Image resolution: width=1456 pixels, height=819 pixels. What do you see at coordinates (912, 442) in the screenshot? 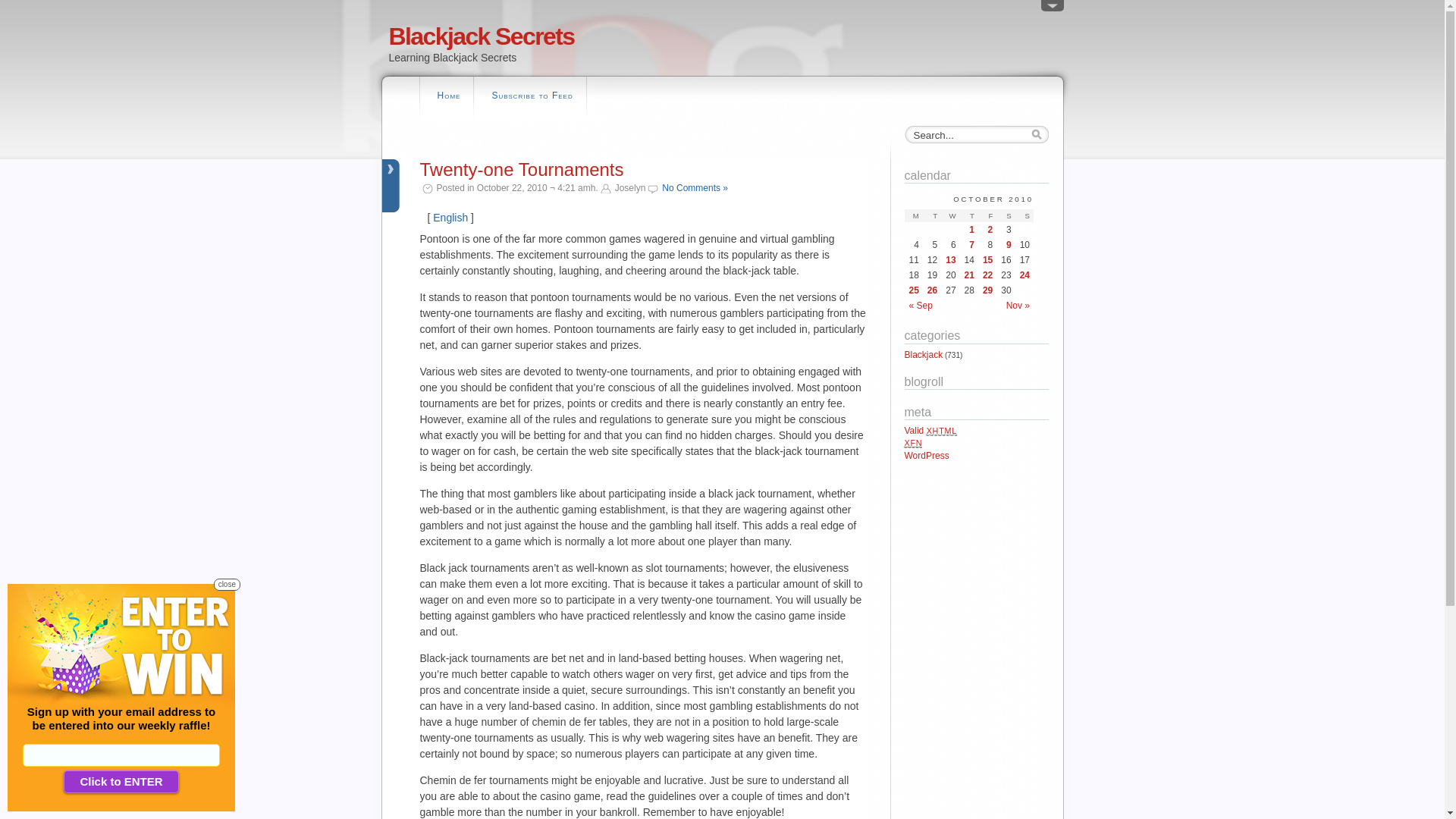
I see `'XFN'` at bounding box center [912, 442].